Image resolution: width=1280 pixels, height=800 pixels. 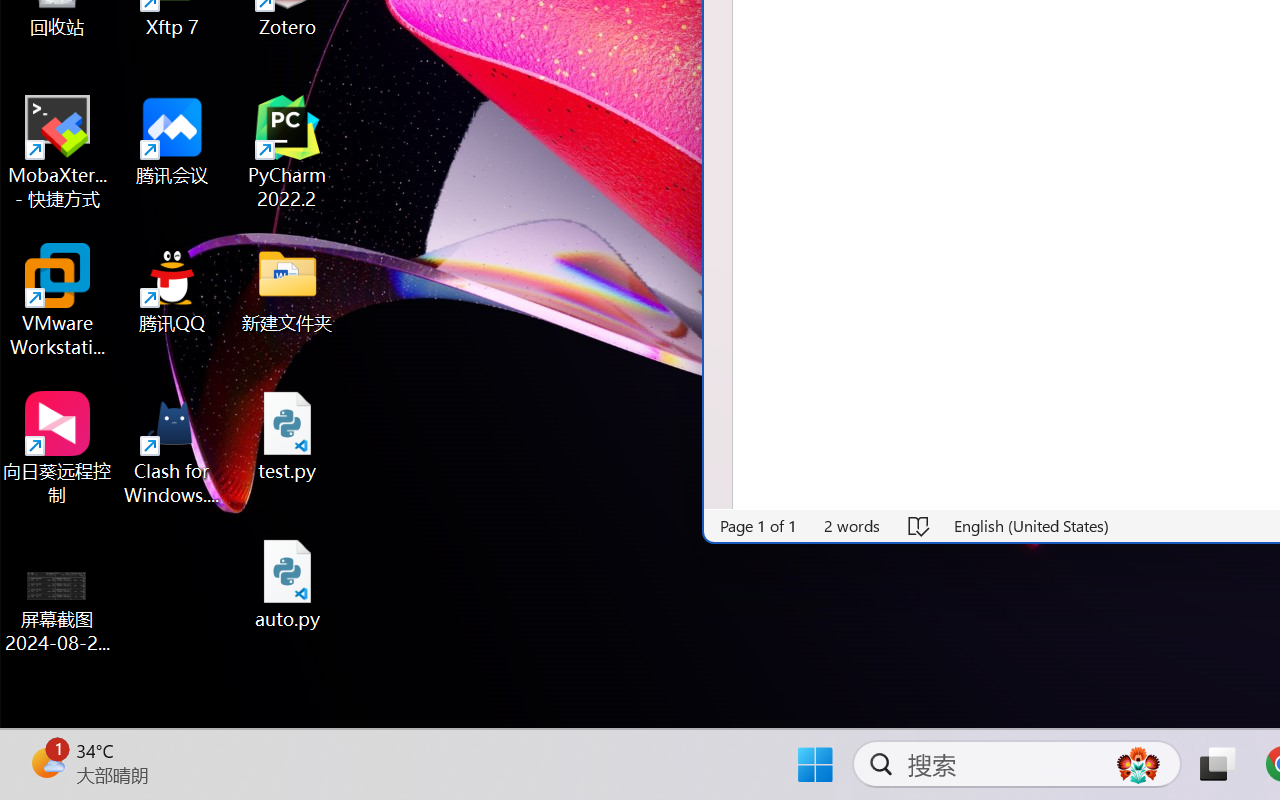 I want to click on 'VMware Workstation Pro', so click(x=57, y=300).